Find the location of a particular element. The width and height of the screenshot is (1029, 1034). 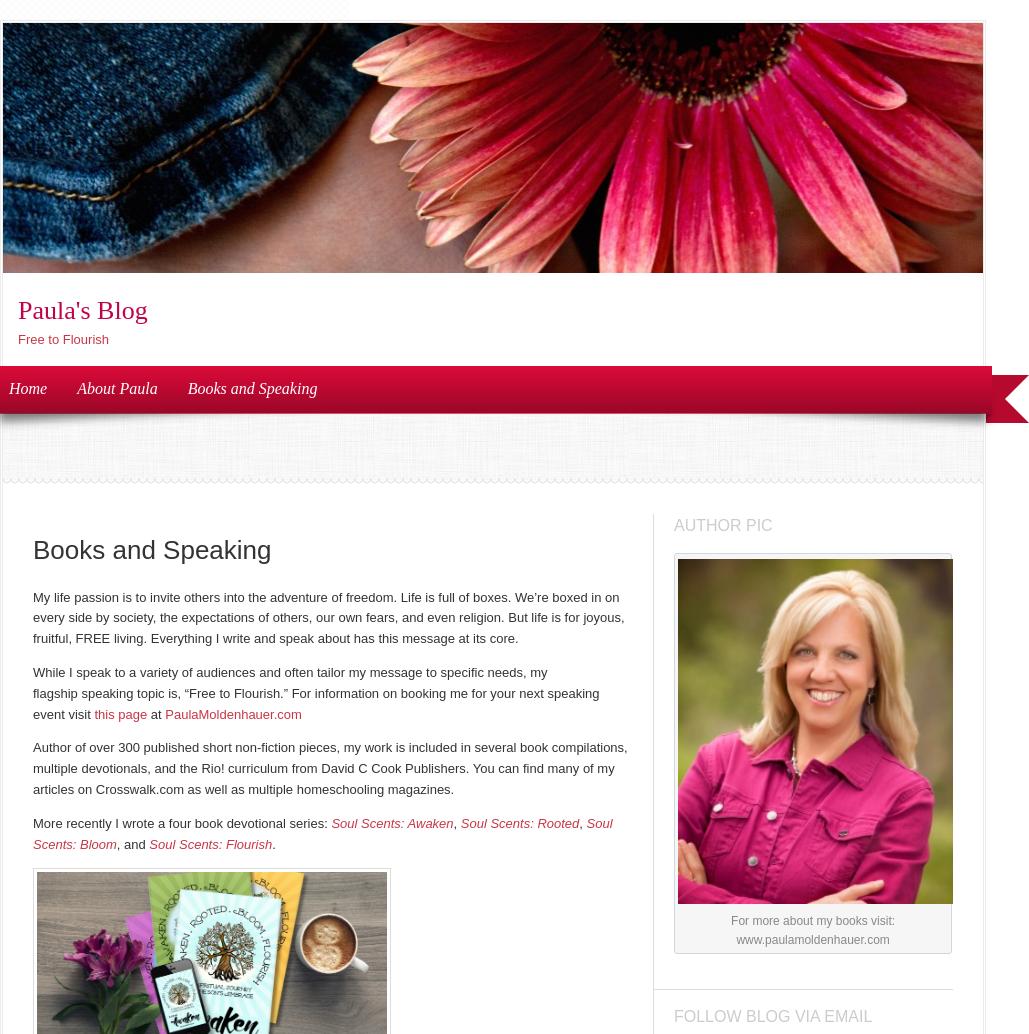

'Author of over 300 published short non-fiction pieces, my work is included in several book compilations, multiple devotionals, and the Rio! curriculum from David C Cook Publishers. You can find many of my articles on Crosswalk.com as well as multiple homeschooling magazines.' is located at coordinates (33, 767).